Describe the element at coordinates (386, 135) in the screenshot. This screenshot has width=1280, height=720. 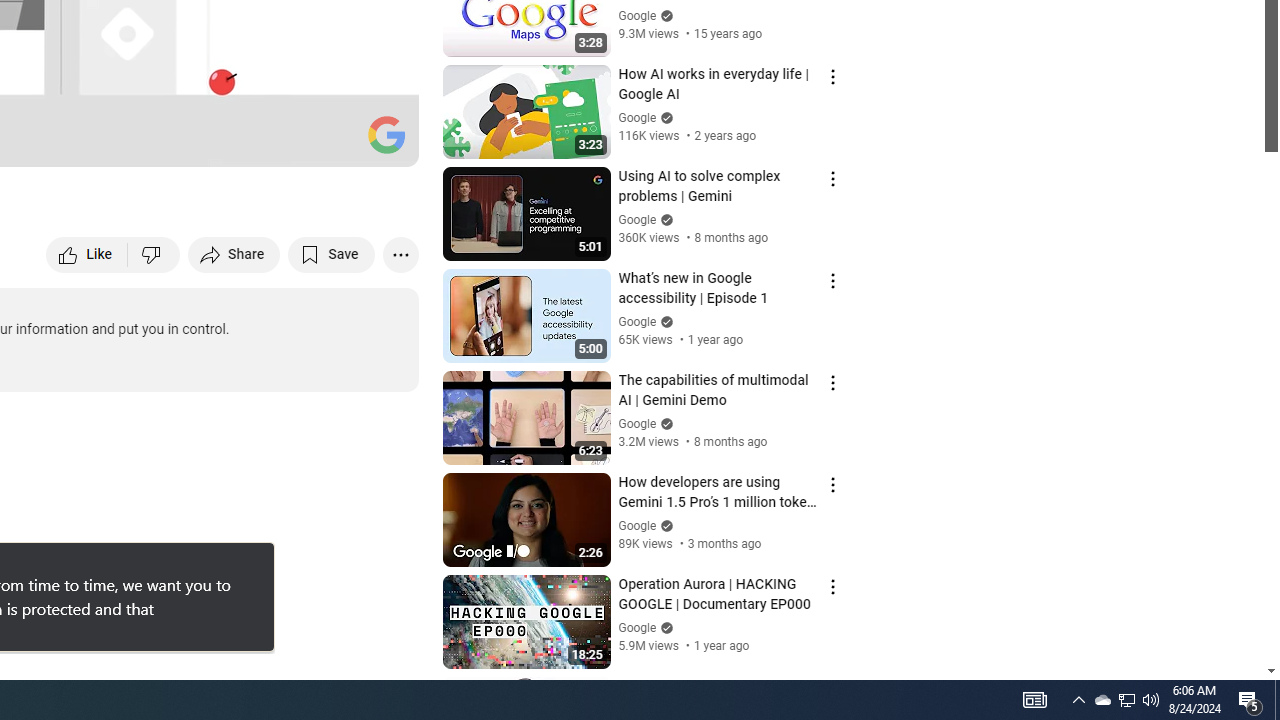
I see `'Channel watermark'` at that location.